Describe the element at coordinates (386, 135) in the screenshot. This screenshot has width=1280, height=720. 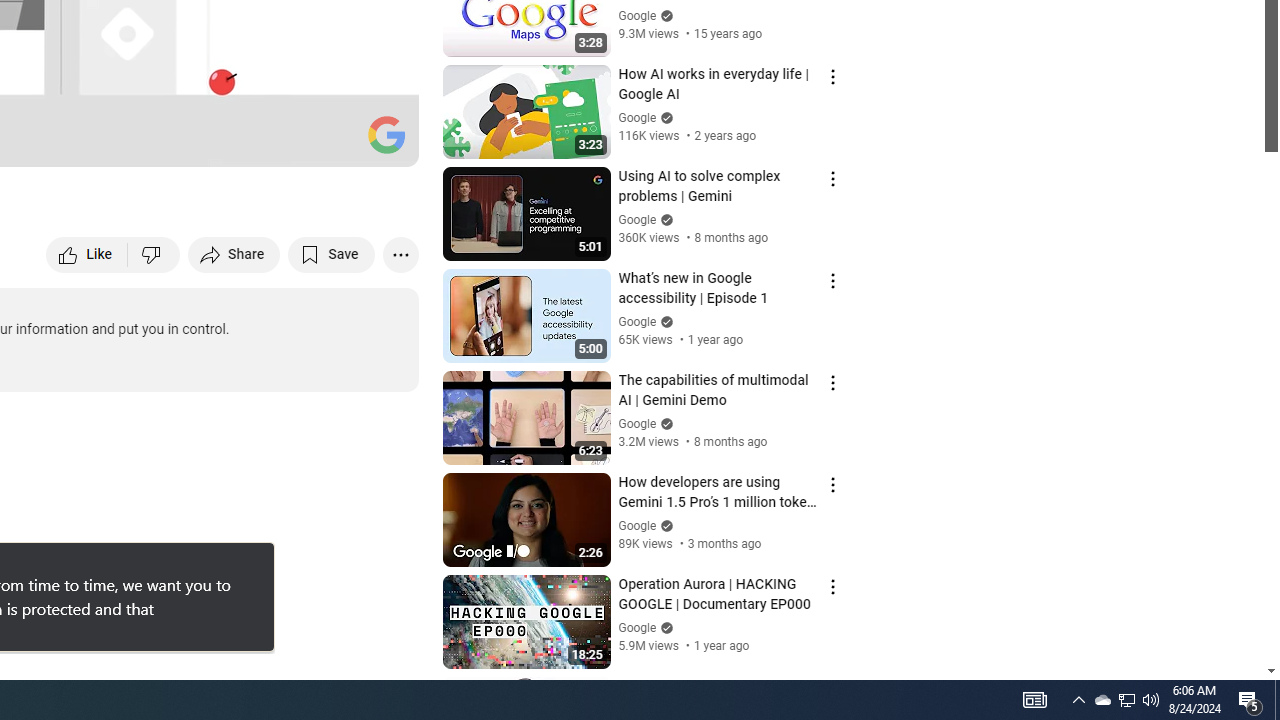
I see `'Channel watermark'` at that location.